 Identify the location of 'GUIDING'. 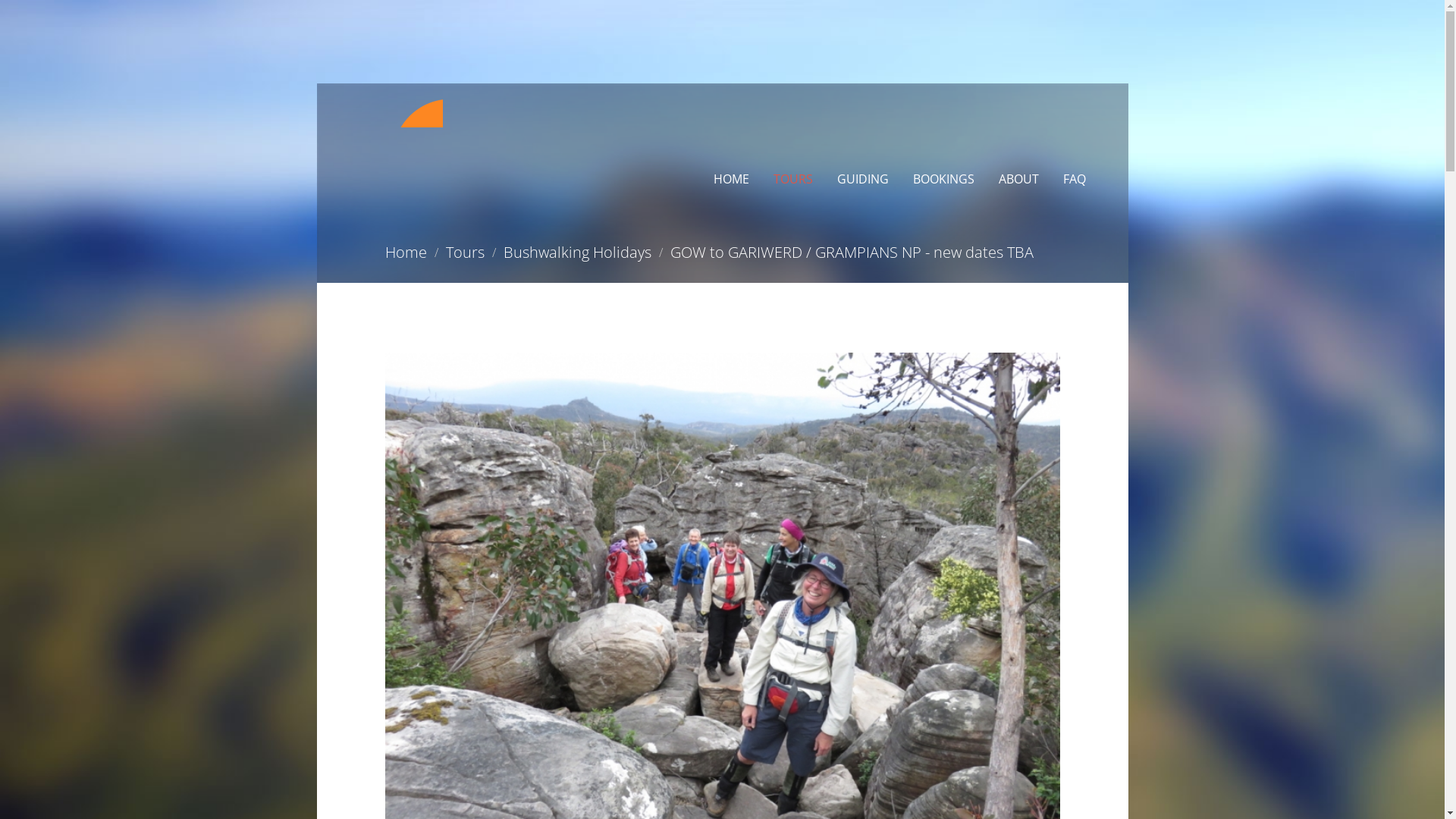
(862, 177).